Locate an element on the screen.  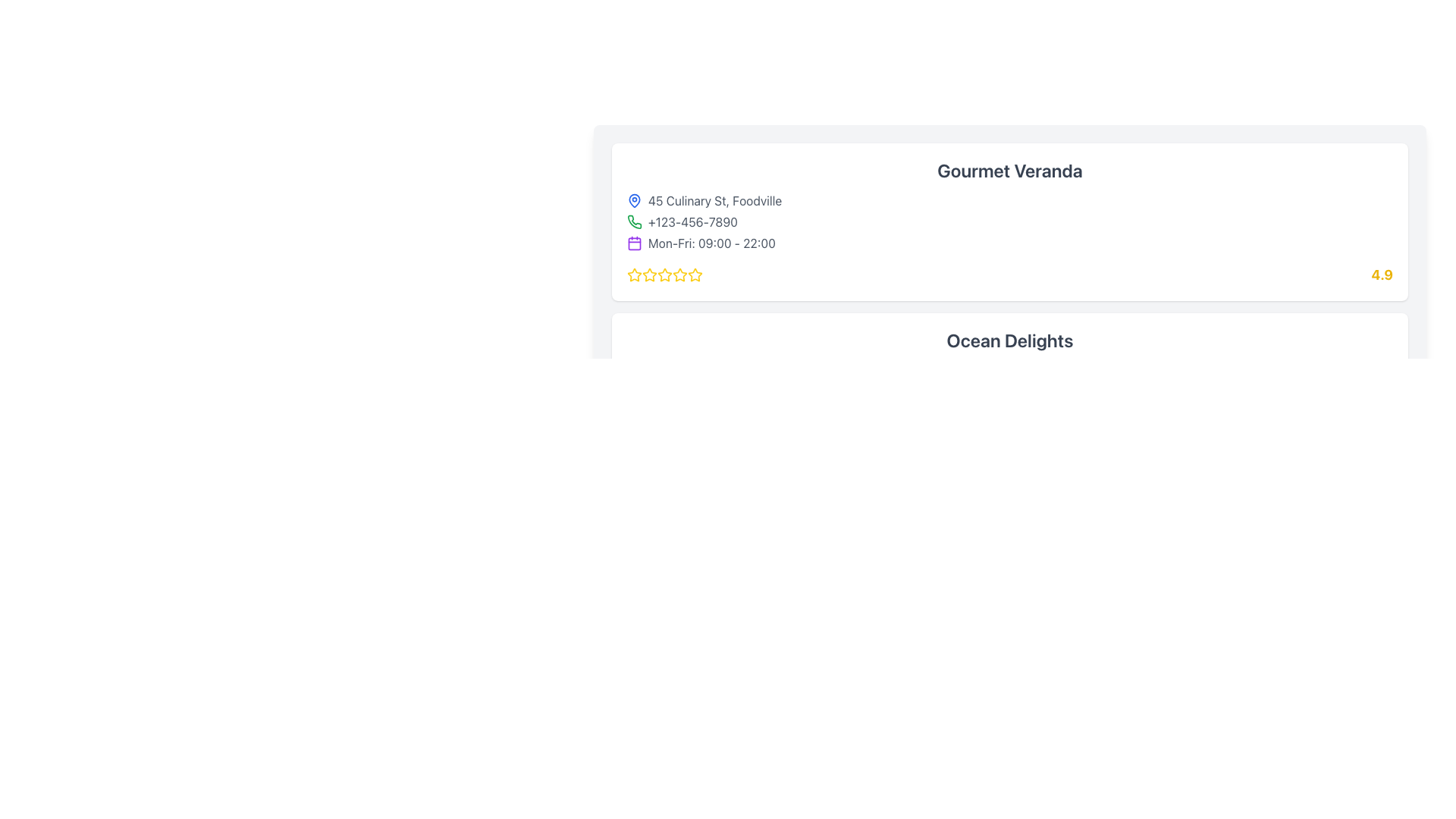
the first star icon in the rating system located under the address and contact information of 'Gourmet Veranda' is located at coordinates (634, 275).